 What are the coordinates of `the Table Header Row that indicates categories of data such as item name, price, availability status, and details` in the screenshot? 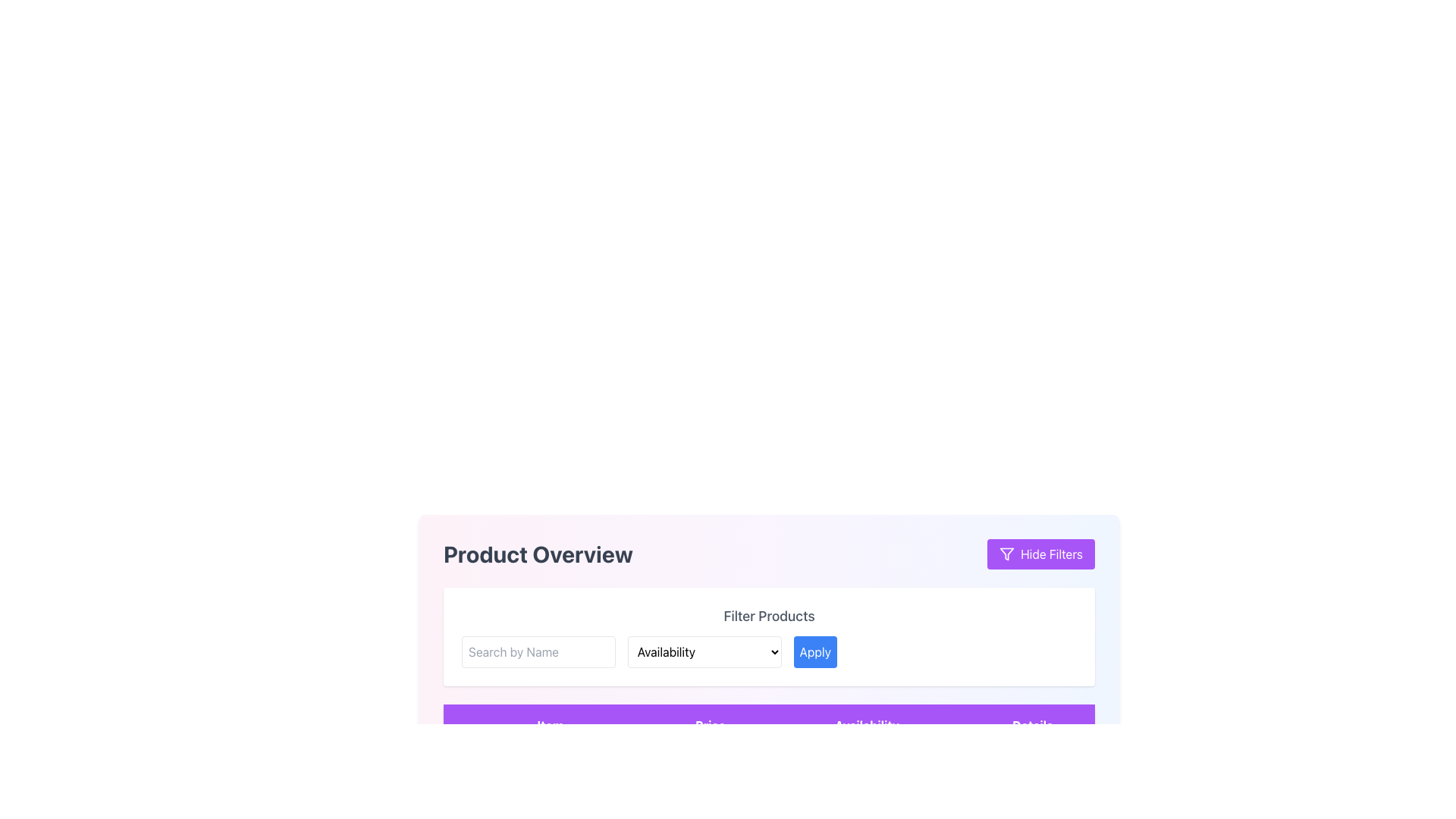 It's located at (769, 724).